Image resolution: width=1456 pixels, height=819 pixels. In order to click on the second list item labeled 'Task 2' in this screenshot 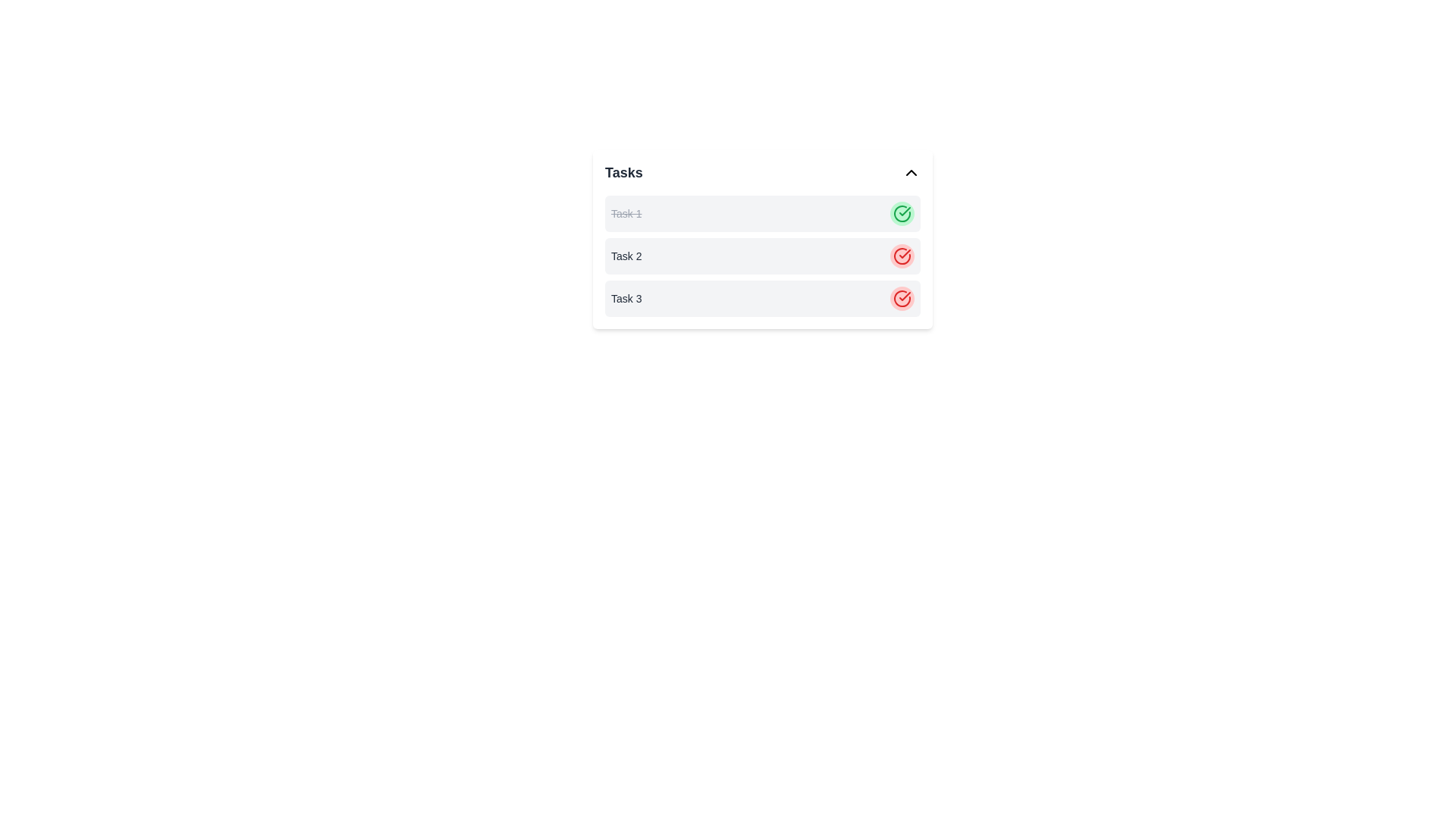, I will do `click(763, 256)`.